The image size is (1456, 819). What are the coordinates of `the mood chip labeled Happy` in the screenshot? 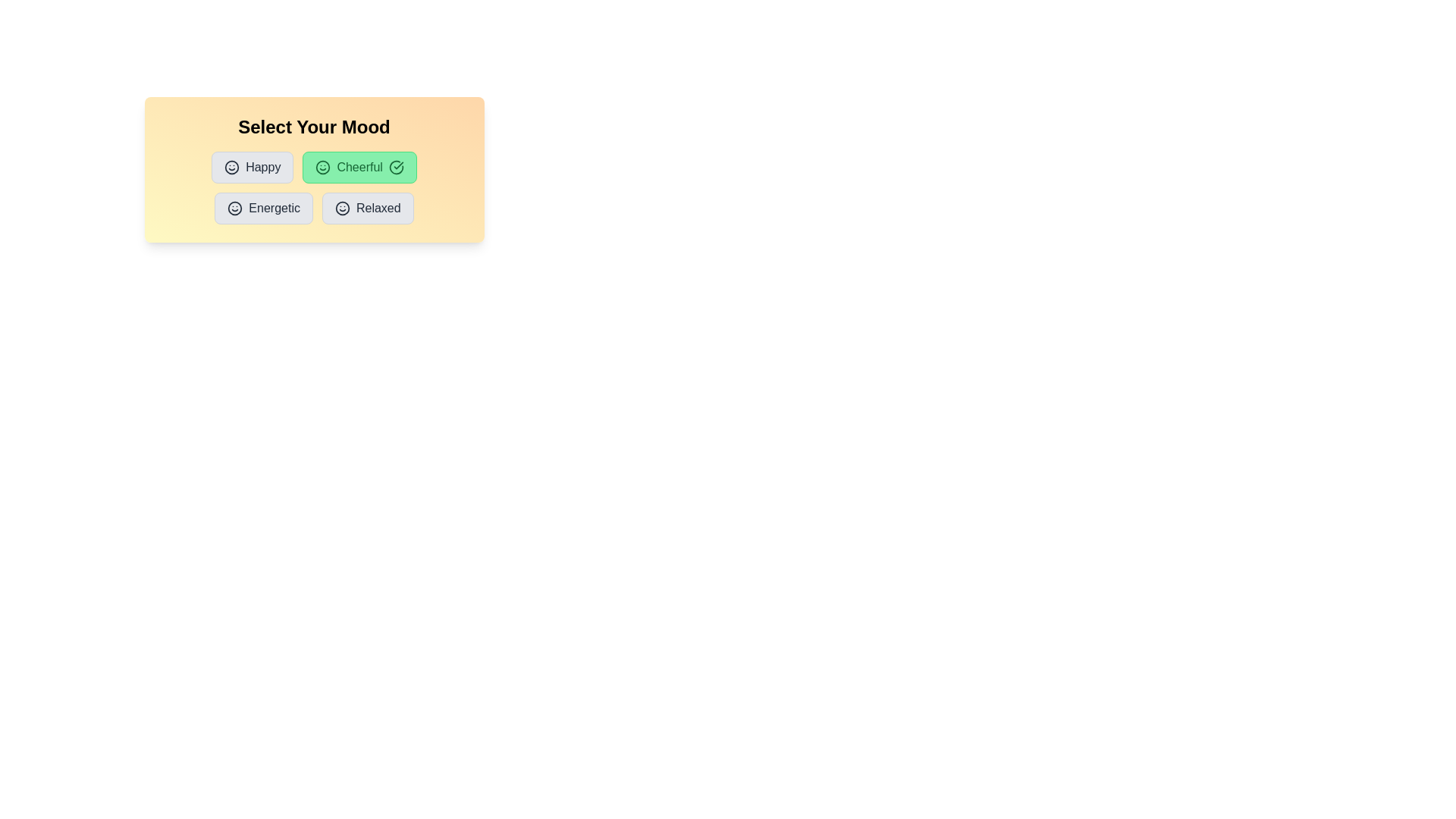 It's located at (253, 167).